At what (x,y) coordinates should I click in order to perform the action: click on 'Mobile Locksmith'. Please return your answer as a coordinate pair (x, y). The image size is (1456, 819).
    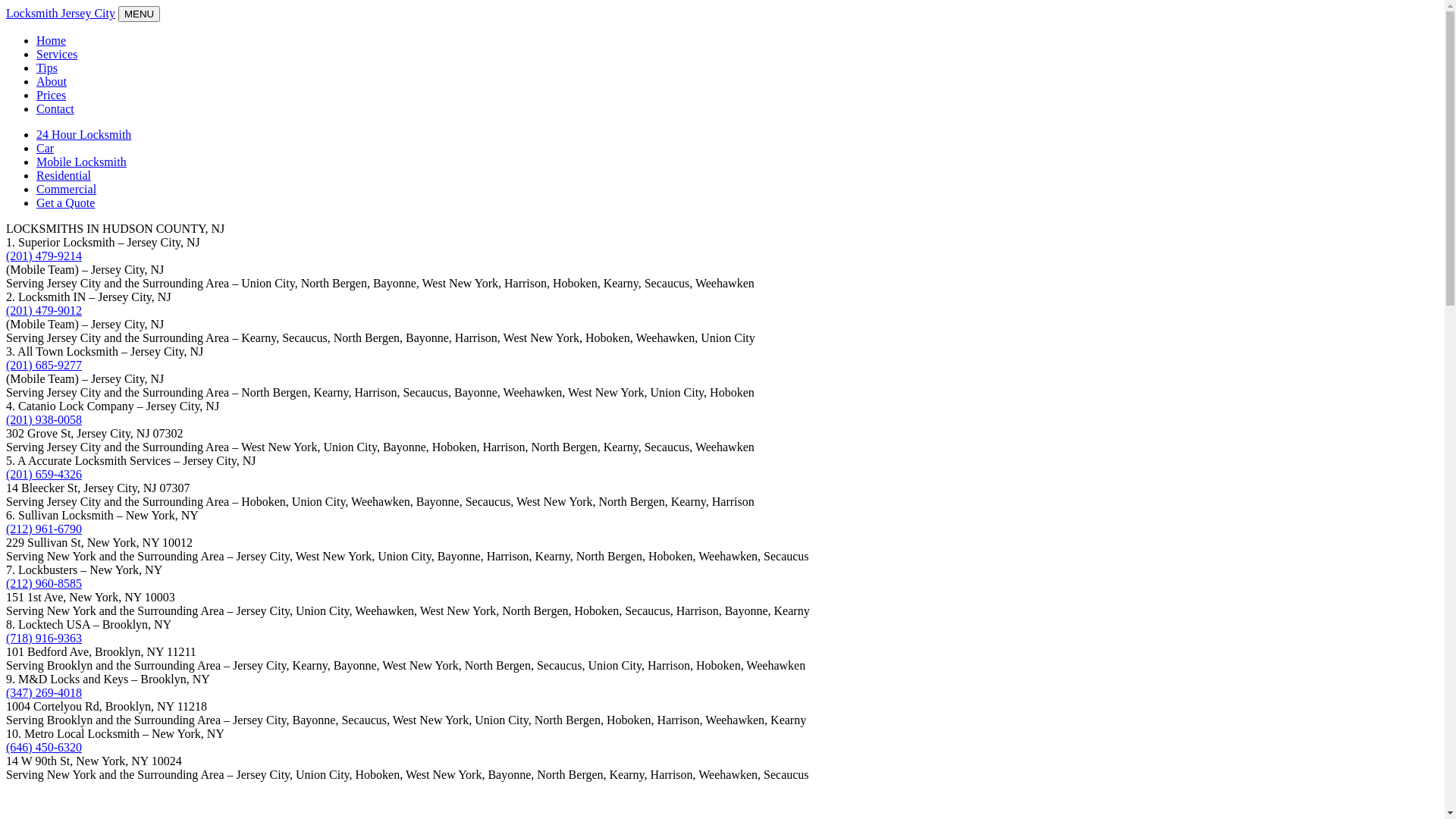
    Looking at the image, I should click on (80, 162).